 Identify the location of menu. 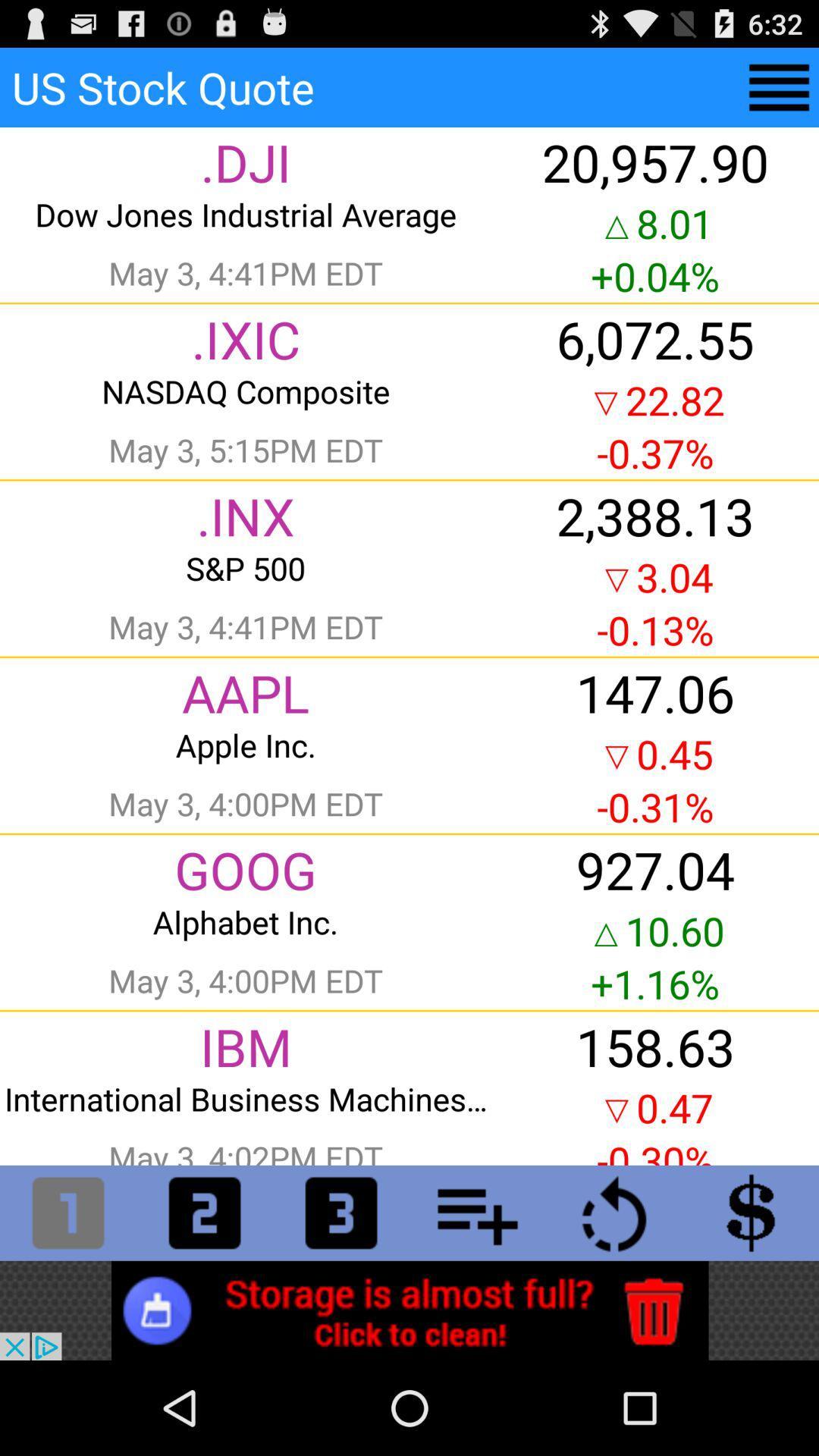
(779, 86).